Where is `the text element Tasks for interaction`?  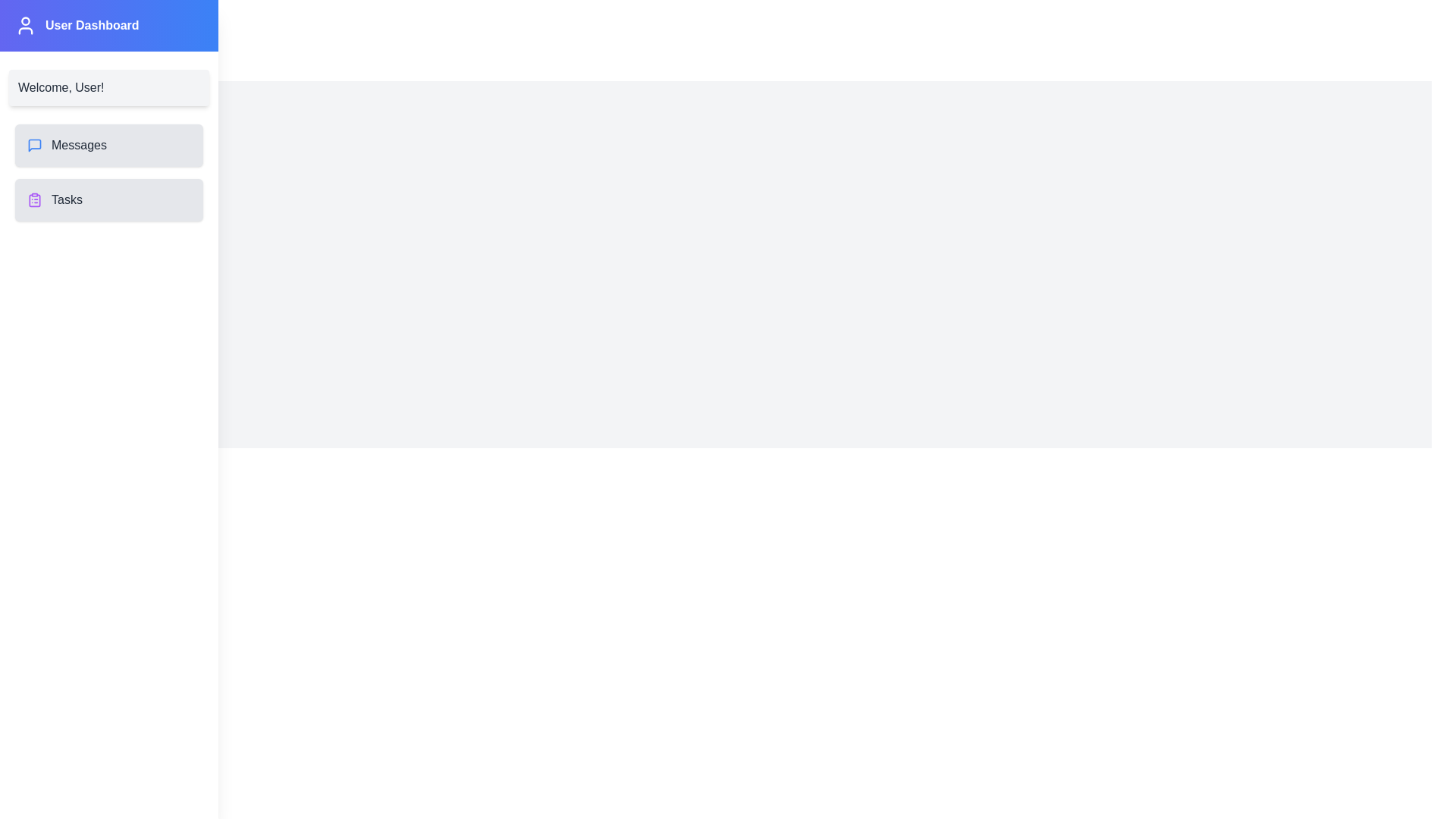 the text element Tasks for interaction is located at coordinates (66, 199).